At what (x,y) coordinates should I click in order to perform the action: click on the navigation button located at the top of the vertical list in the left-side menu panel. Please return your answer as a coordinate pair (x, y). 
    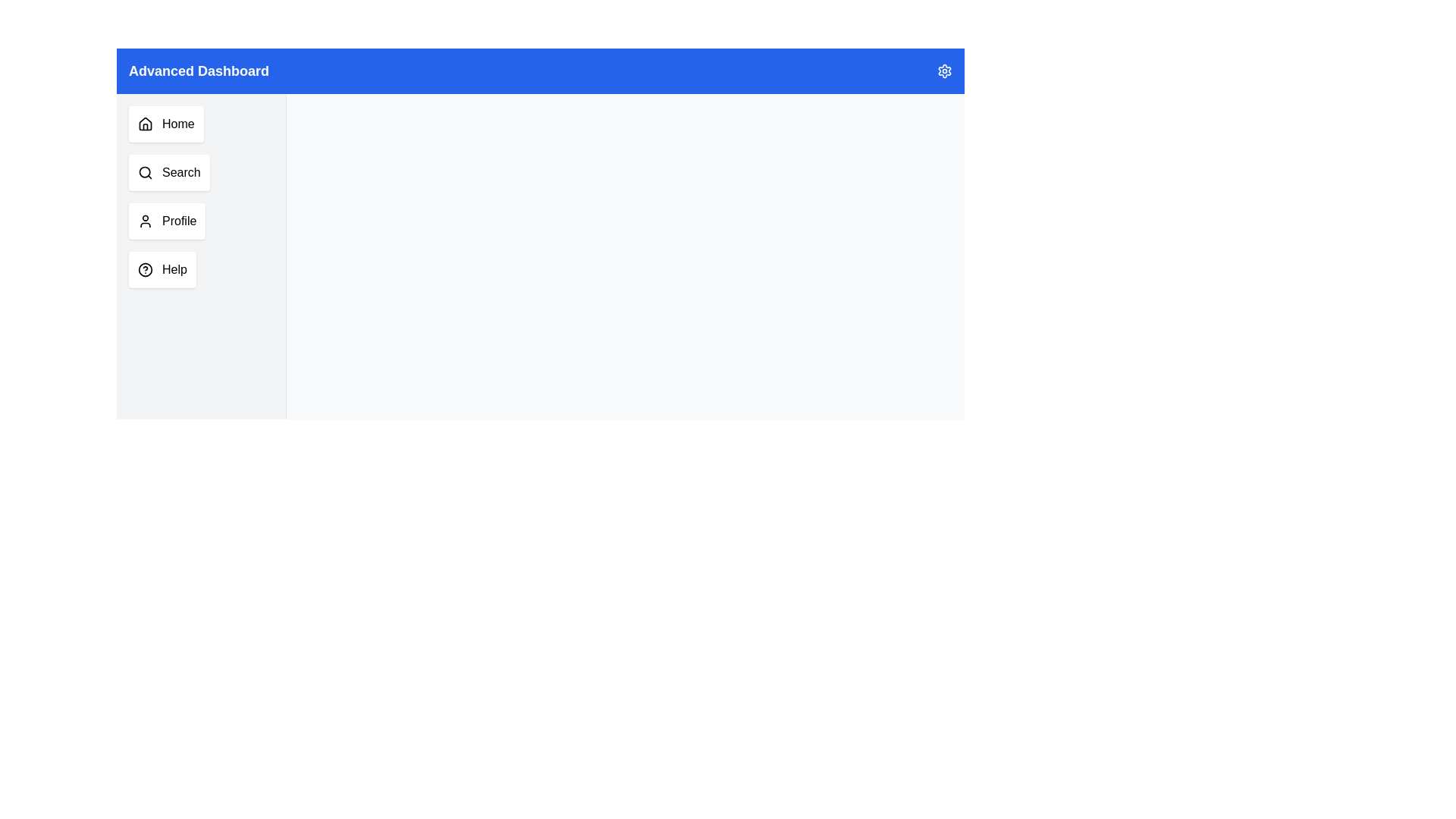
    Looking at the image, I should click on (166, 124).